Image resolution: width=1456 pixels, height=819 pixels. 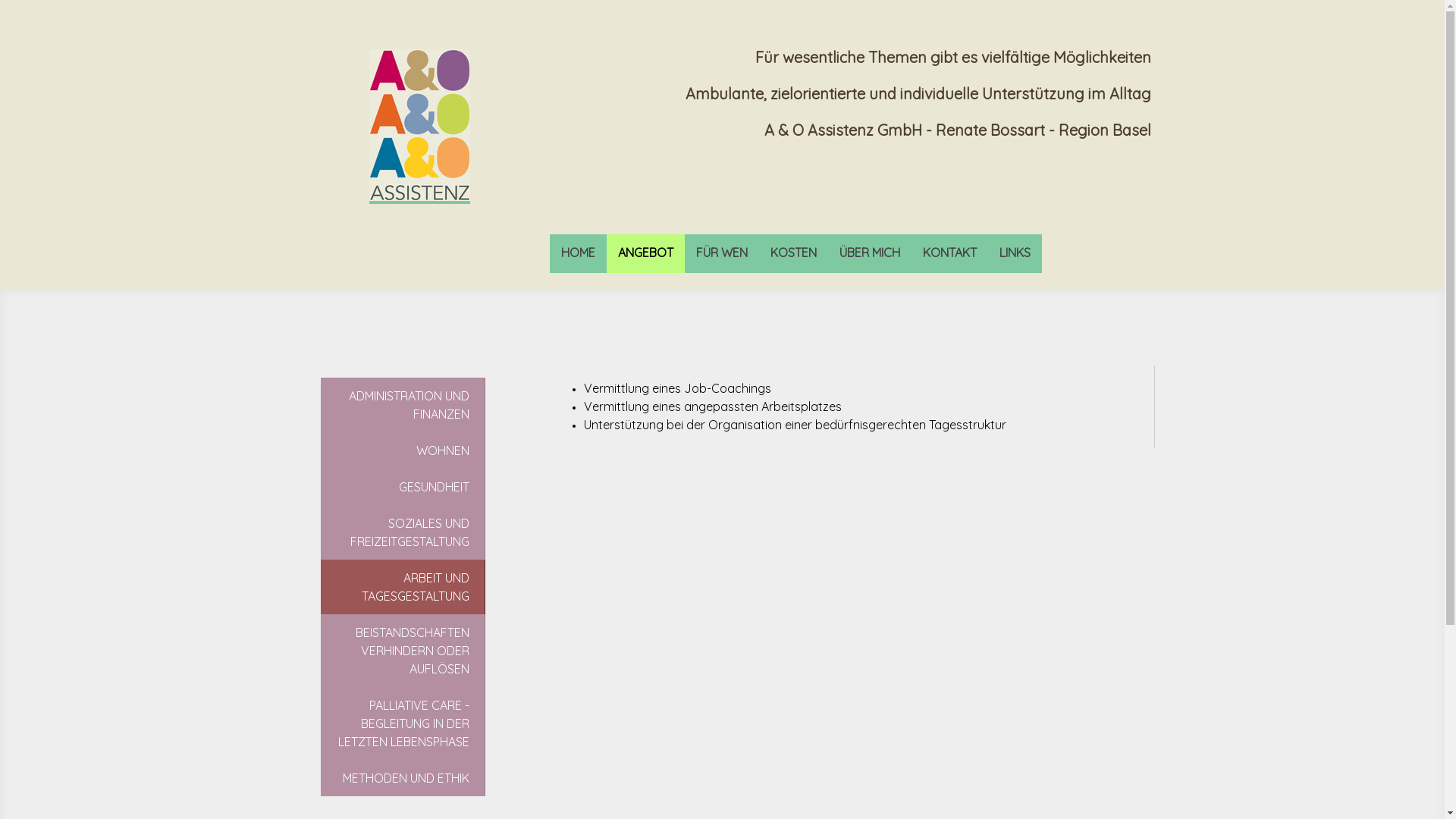 What do you see at coordinates (319, 586) in the screenshot?
I see `'ARBEIT UND TAGESGESTALTUNG'` at bounding box center [319, 586].